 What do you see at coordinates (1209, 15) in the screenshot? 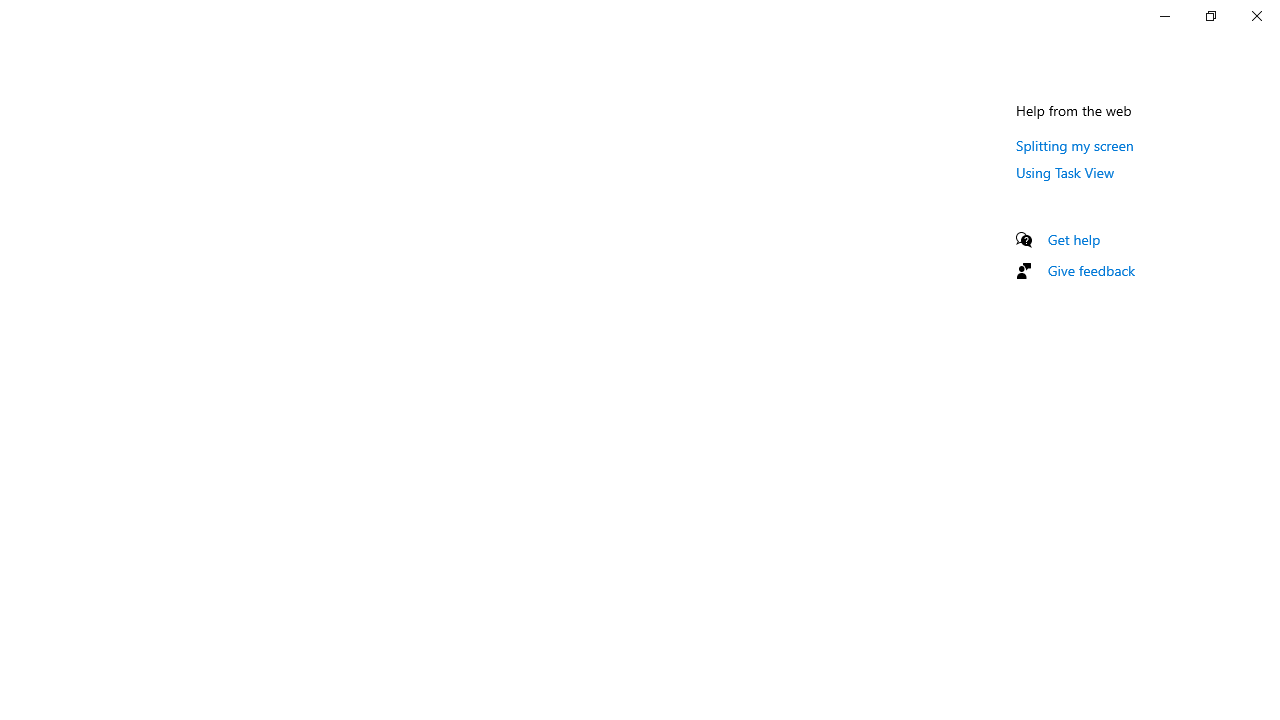
I see `'Restore Settings'` at bounding box center [1209, 15].